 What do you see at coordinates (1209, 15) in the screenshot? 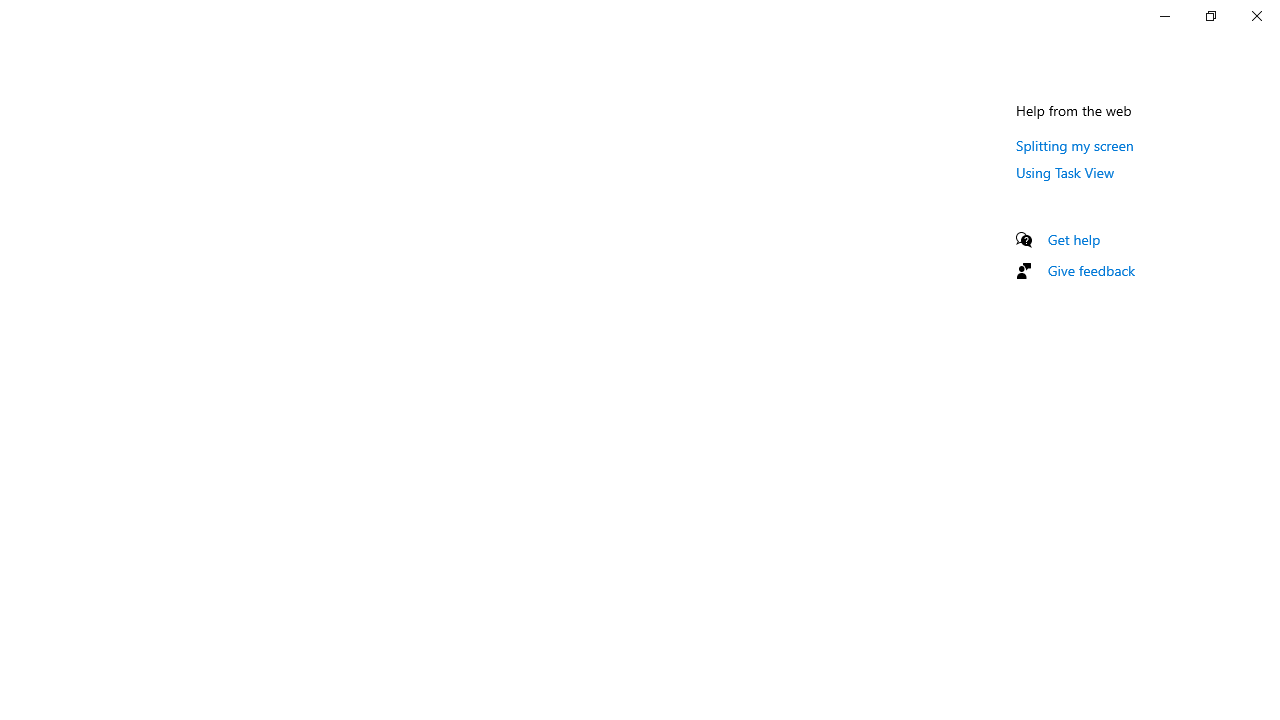
I see `'Restore Settings'` at bounding box center [1209, 15].